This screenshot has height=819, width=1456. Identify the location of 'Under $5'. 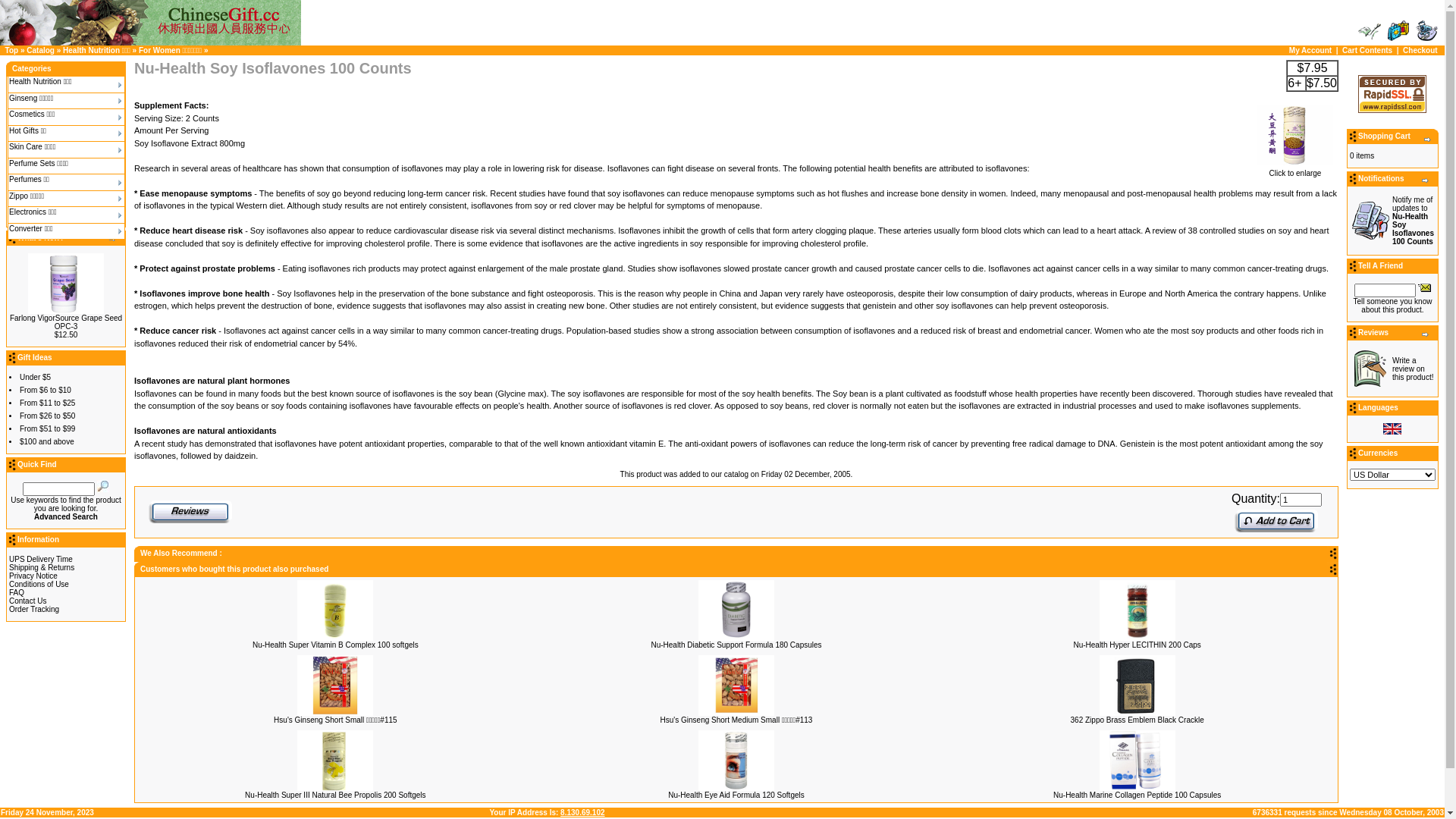
(35, 376).